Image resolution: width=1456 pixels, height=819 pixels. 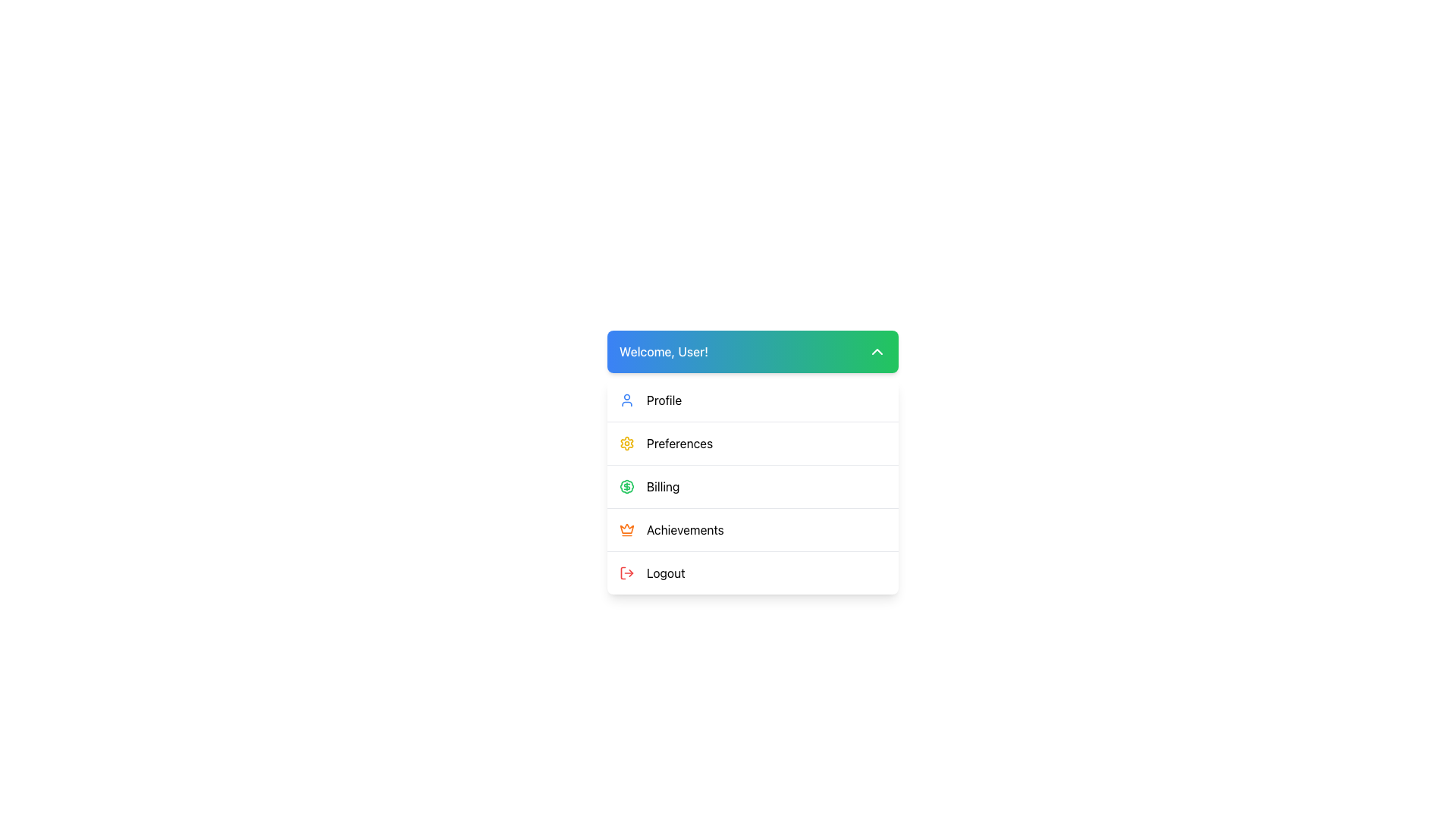 I want to click on the button located in the dropdown menu, which is positioned beneath the 'Preferences' row and above the 'Achievements' row, so click(x=753, y=486).